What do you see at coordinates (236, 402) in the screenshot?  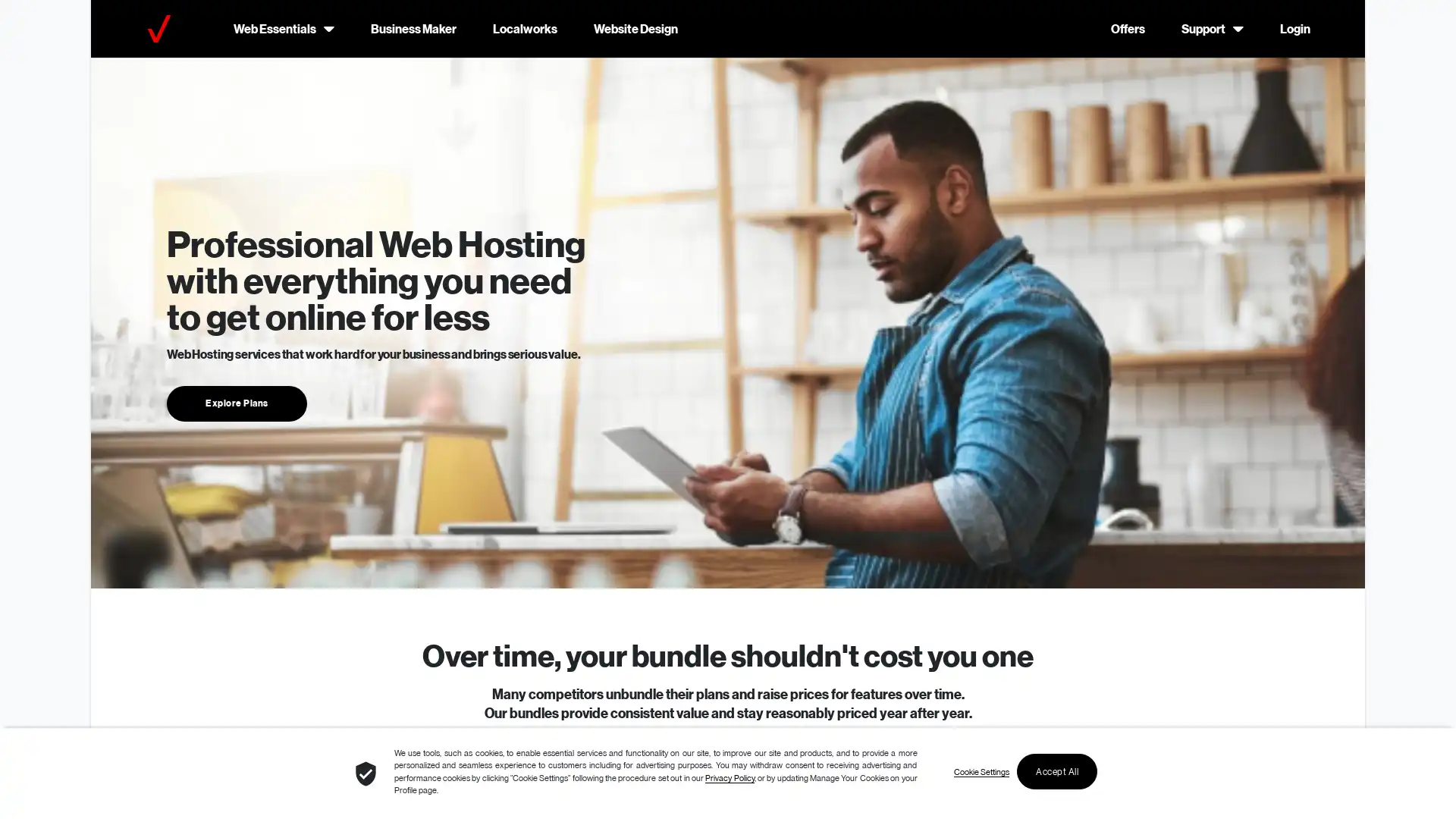 I see `Explore Plans` at bounding box center [236, 402].